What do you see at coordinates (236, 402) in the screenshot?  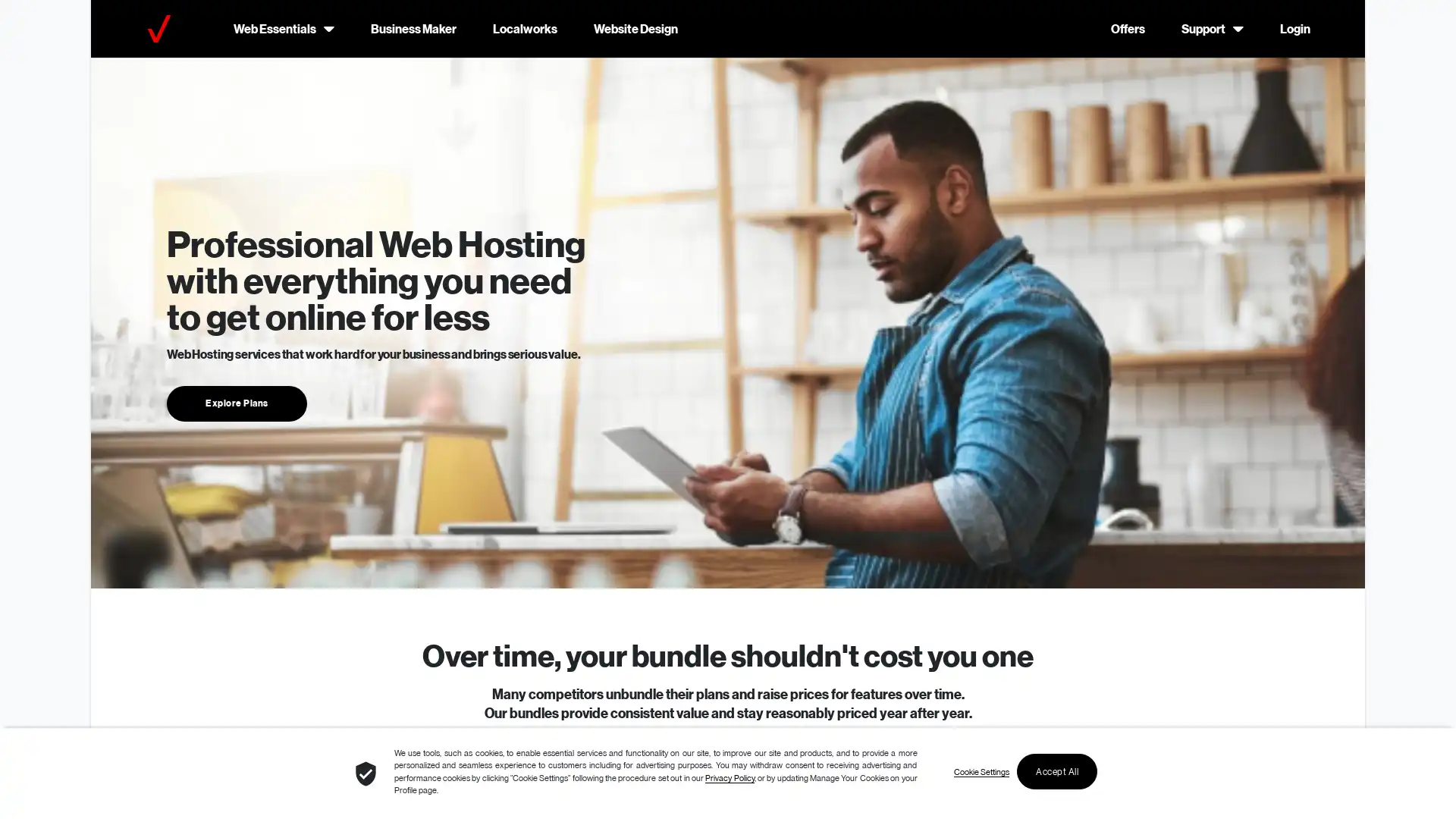 I see `Explore Plans` at bounding box center [236, 402].